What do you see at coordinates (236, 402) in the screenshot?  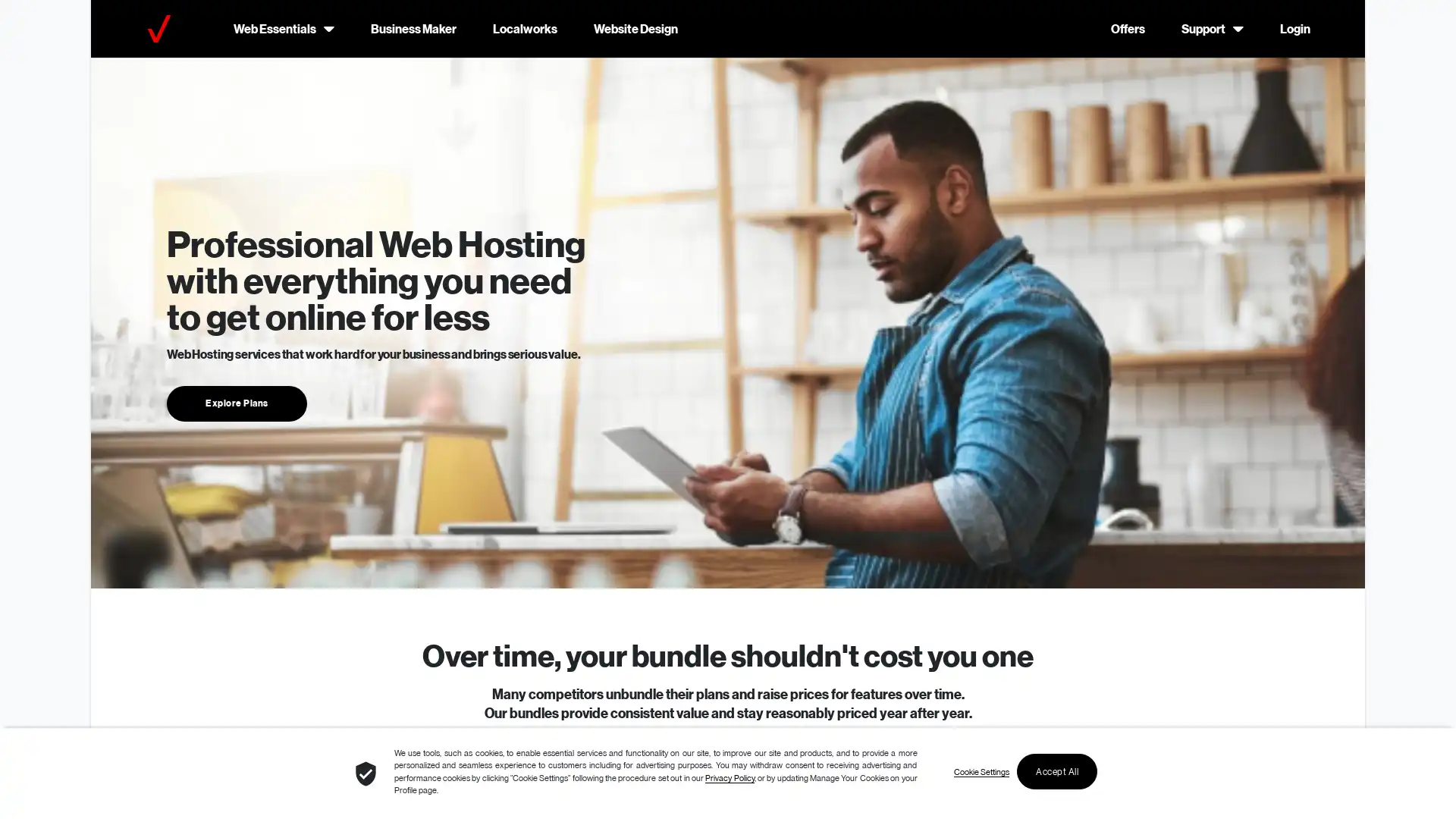 I see `Explore Plans` at bounding box center [236, 402].